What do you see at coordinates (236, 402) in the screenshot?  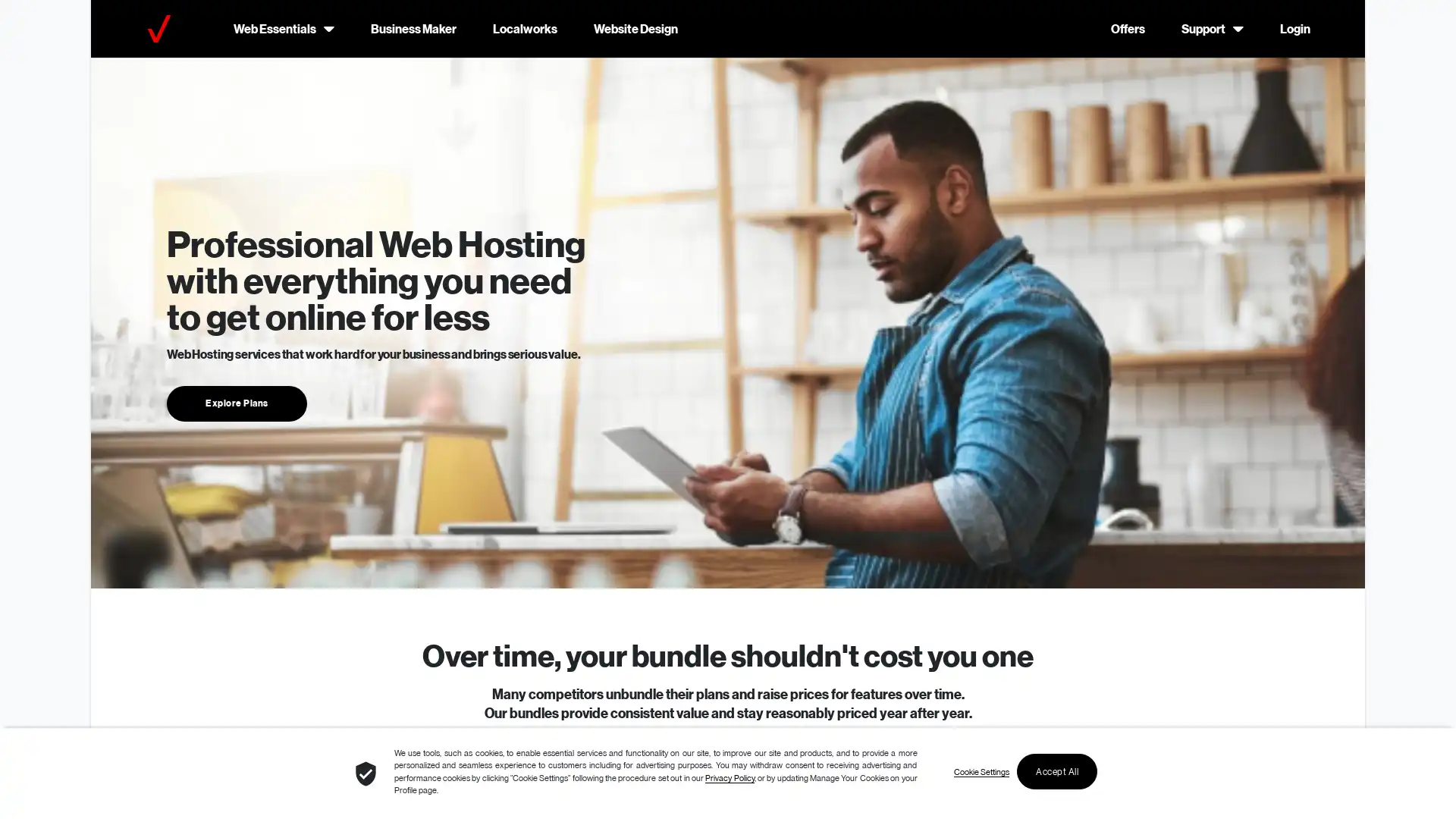 I see `Explore Plans` at bounding box center [236, 402].